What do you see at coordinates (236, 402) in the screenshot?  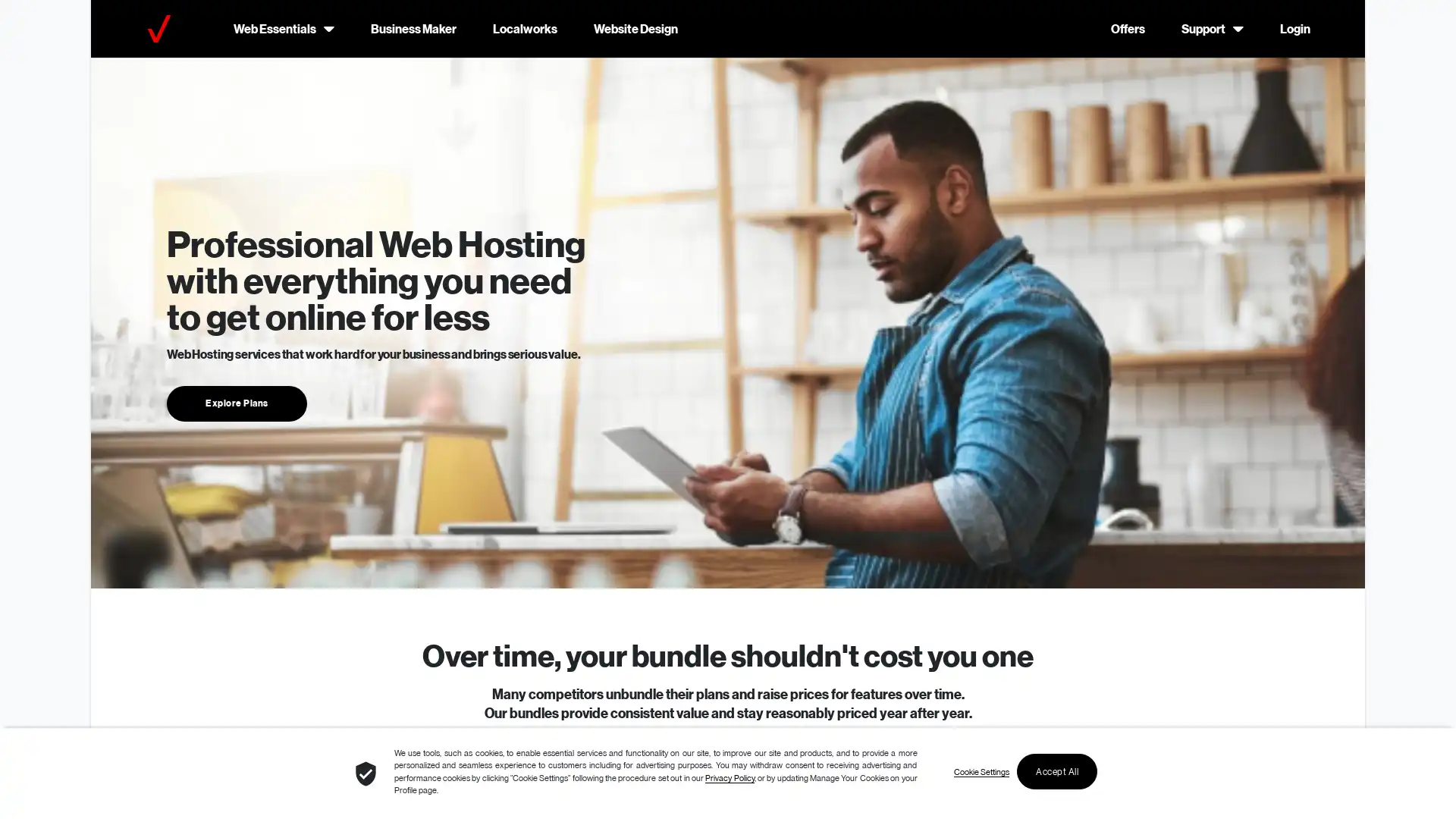 I see `Explore Plans` at bounding box center [236, 402].